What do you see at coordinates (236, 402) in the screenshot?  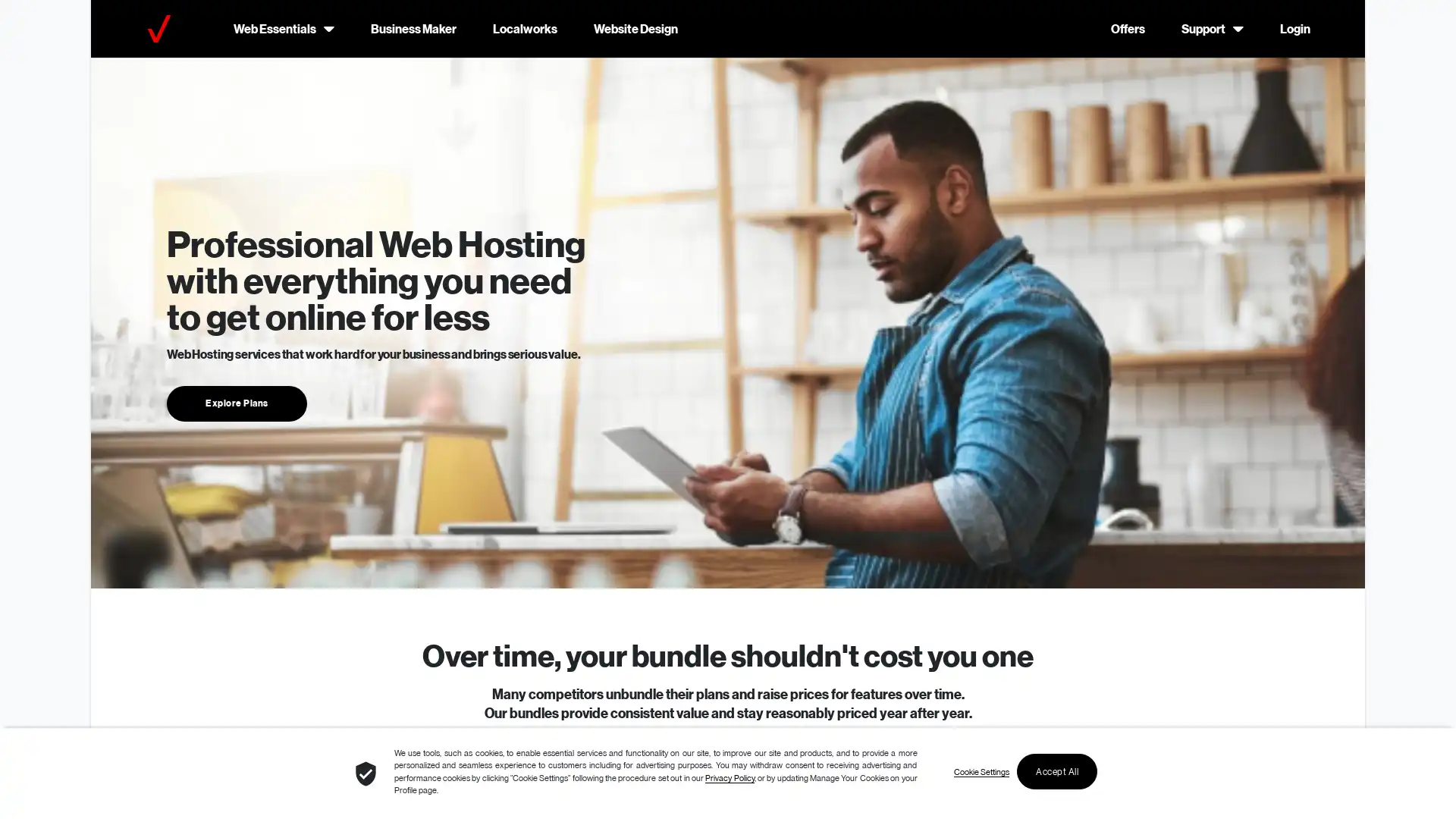 I see `Explore Plans` at bounding box center [236, 402].